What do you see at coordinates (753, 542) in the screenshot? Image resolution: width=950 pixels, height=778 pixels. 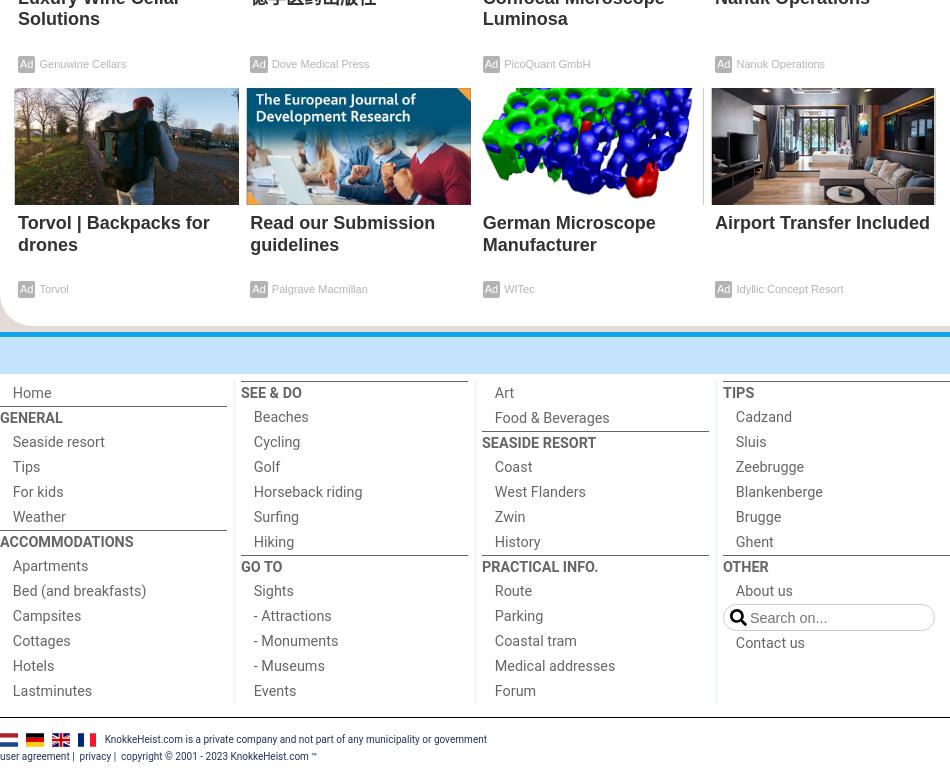 I see `'Ghent'` at bounding box center [753, 542].